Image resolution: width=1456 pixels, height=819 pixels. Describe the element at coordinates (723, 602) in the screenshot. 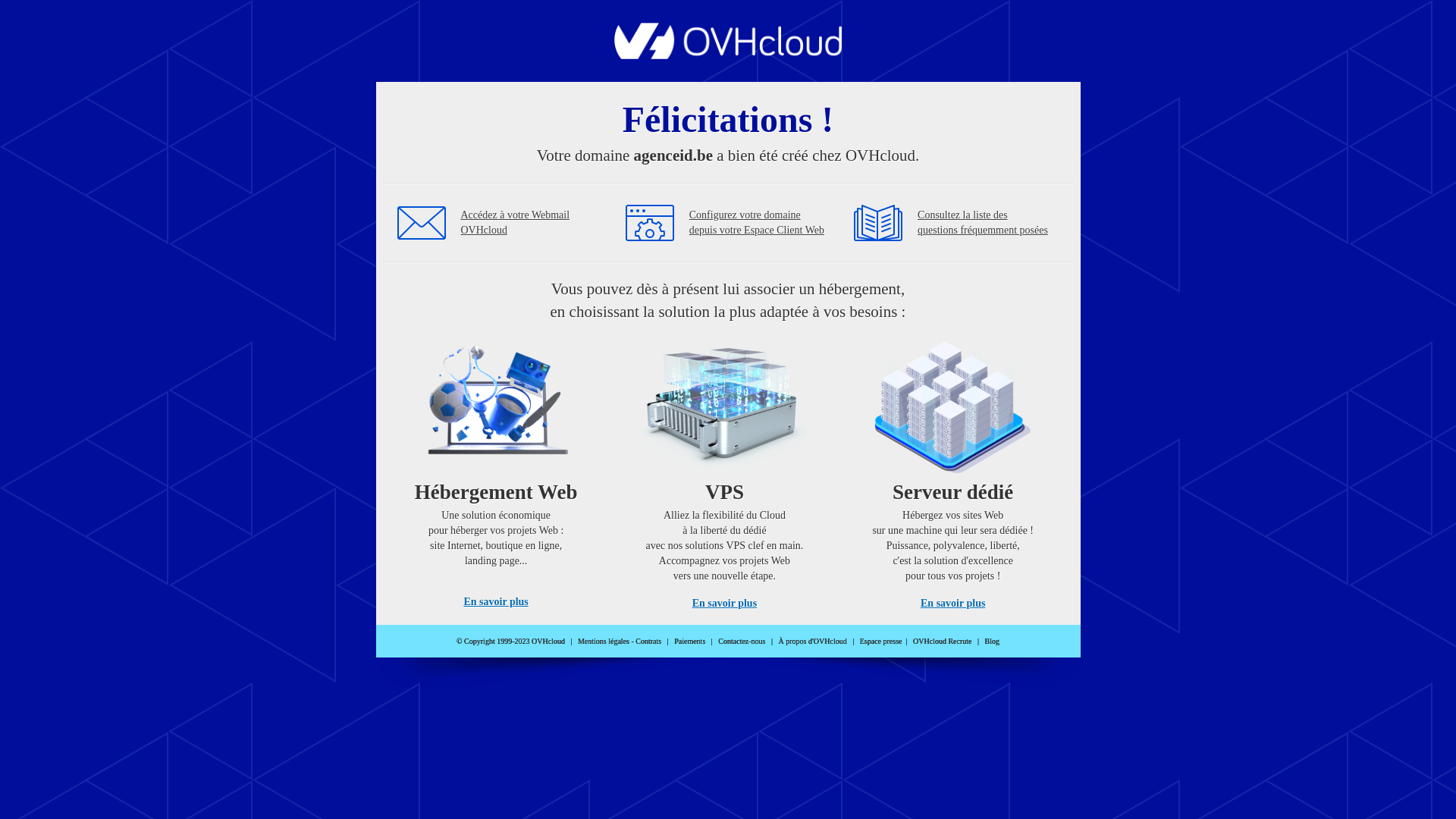

I see `'En savoir plus'` at that location.